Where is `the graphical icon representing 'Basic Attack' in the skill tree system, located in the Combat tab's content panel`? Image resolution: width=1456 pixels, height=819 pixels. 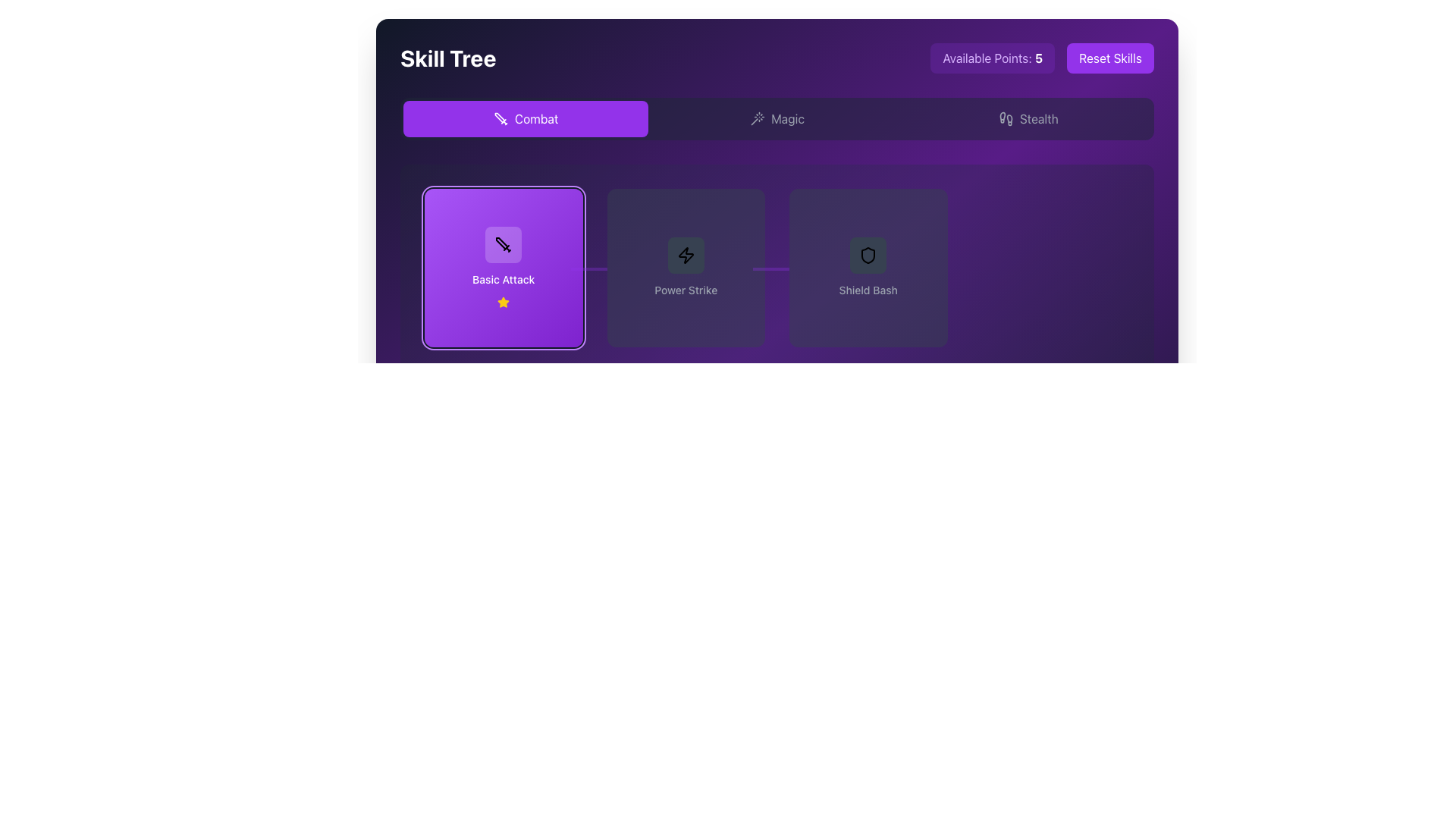 the graphical icon representing 'Basic Attack' in the skill tree system, located in the Combat tab's content panel is located at coordinates (502, 243).